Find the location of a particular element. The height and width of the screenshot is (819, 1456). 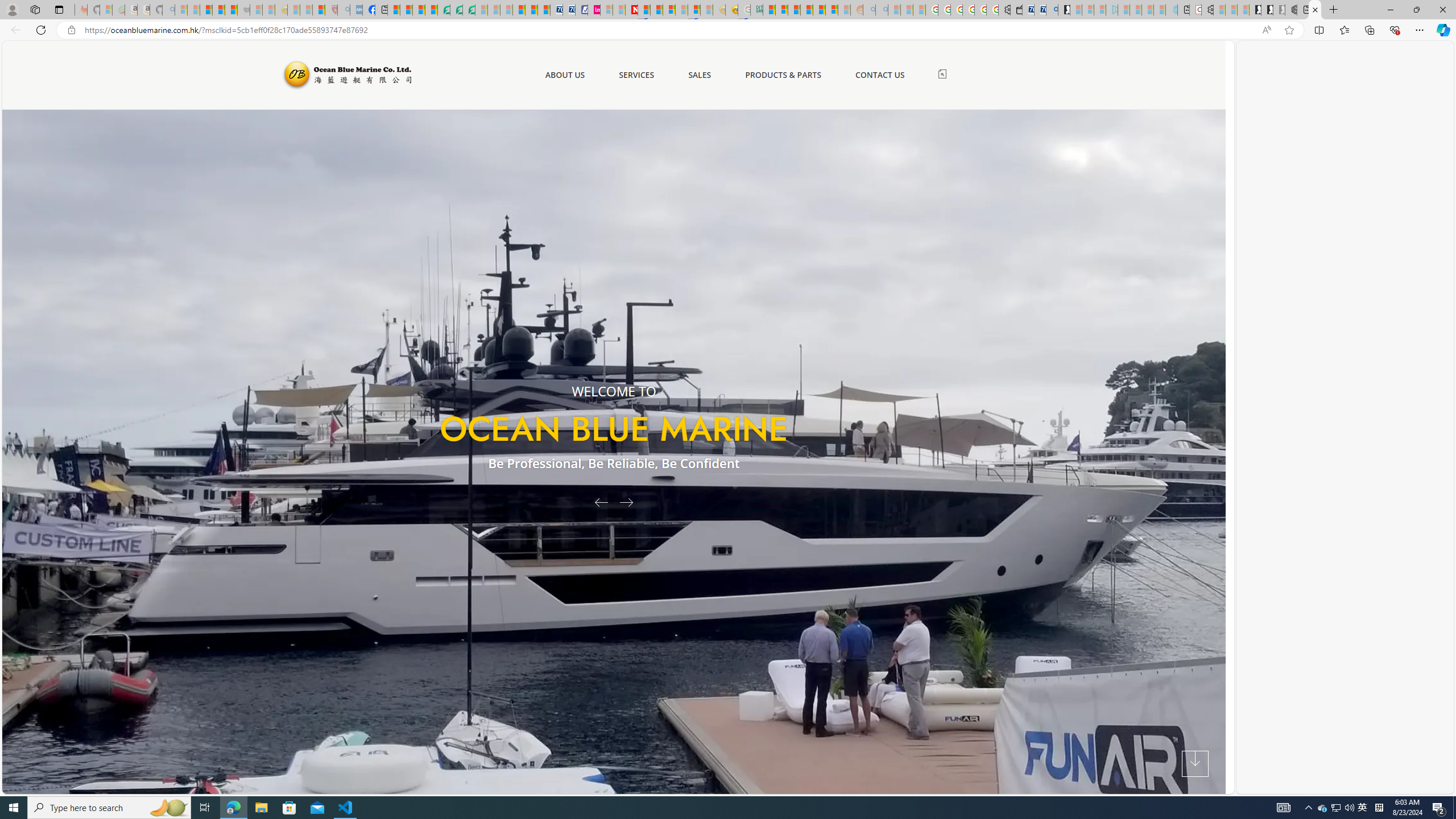

'Next Slide' is located at coordinates (630, 501).